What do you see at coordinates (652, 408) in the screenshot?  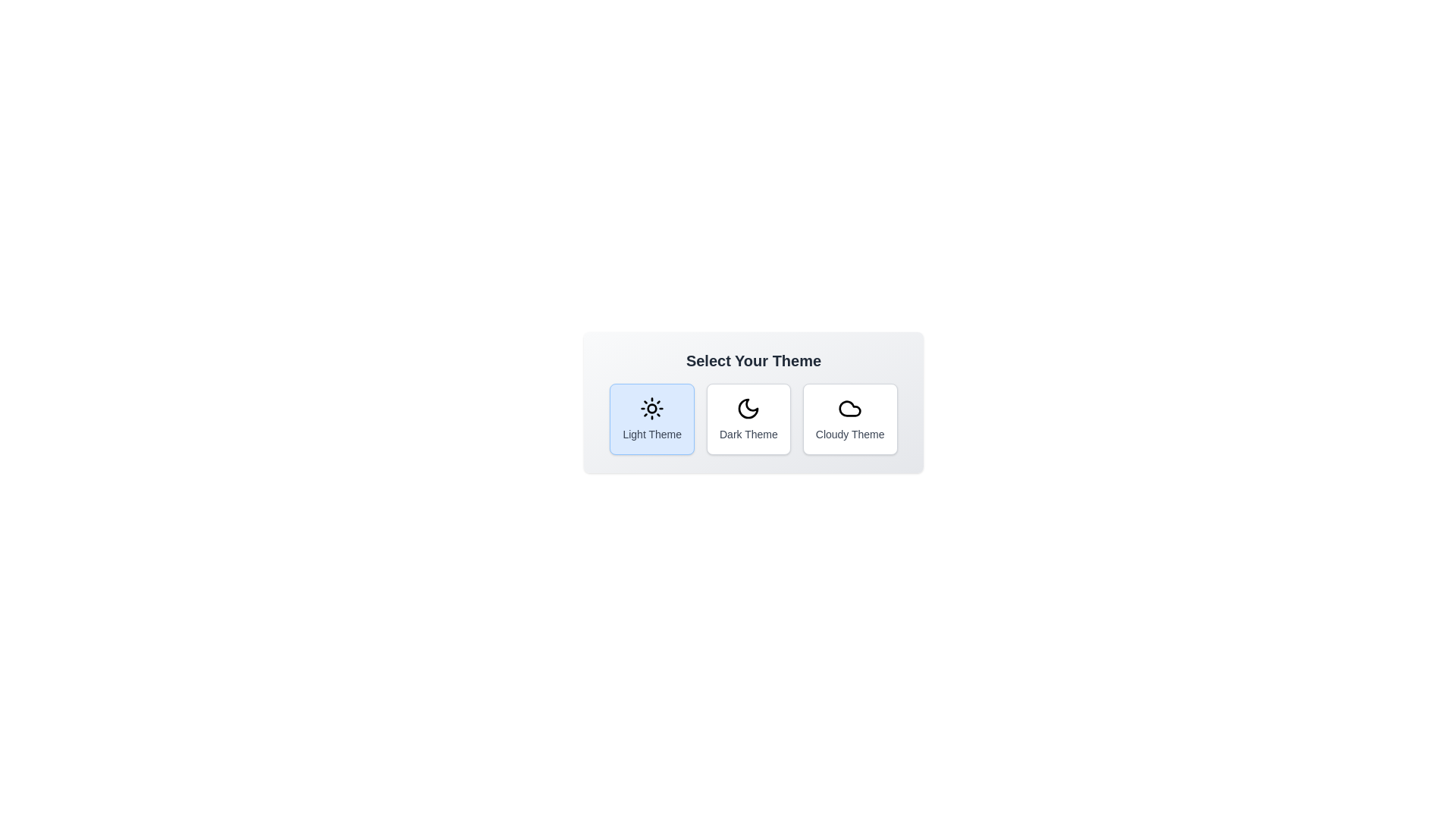 I see `the 'Light Theme' icon, which is the visual indicator for the light theme selection located at the center of its card, under the subtitle 'Select Your Theme'` at bounding box center [652, 408].